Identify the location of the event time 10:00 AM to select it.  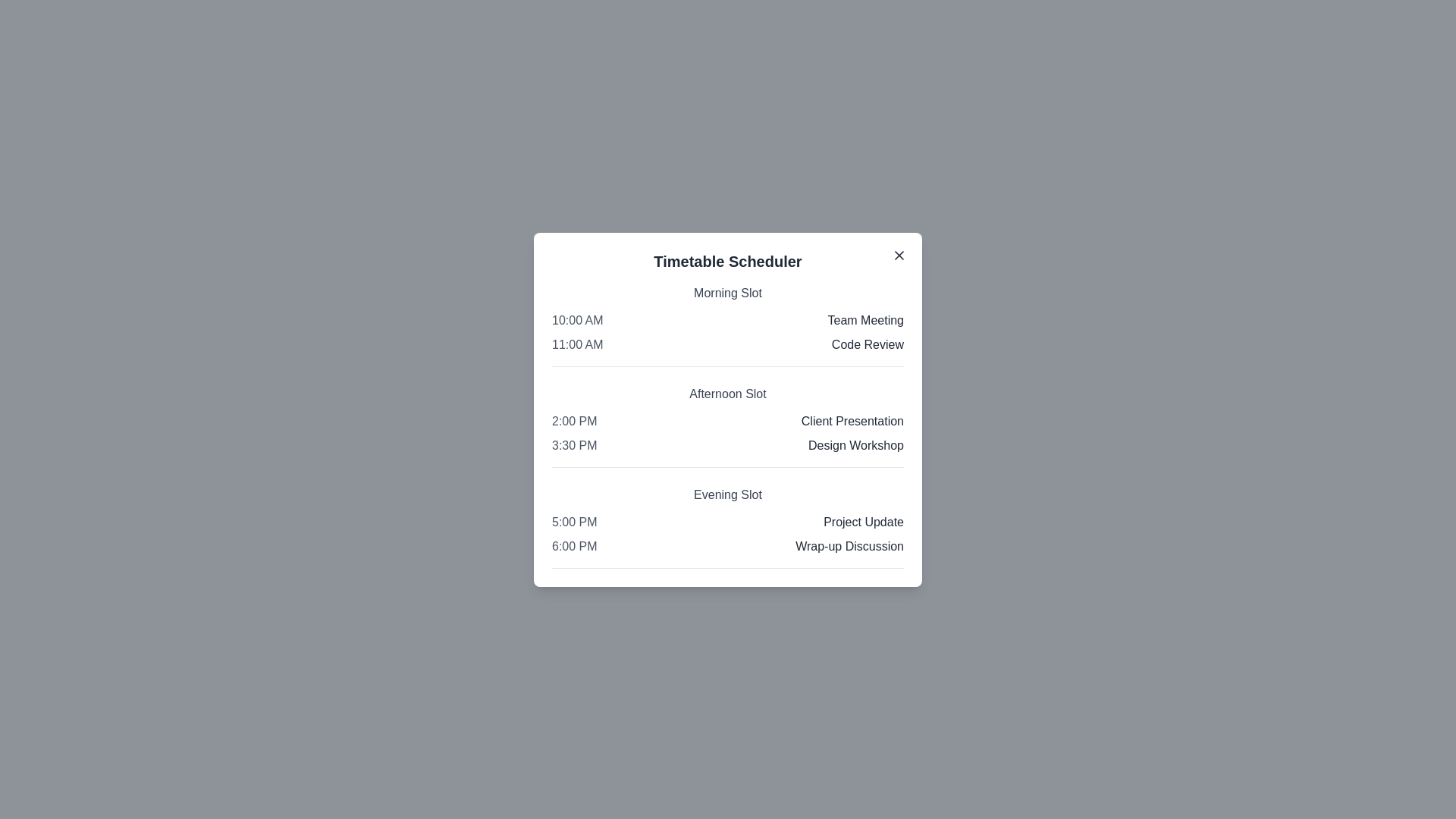
(576, 319).